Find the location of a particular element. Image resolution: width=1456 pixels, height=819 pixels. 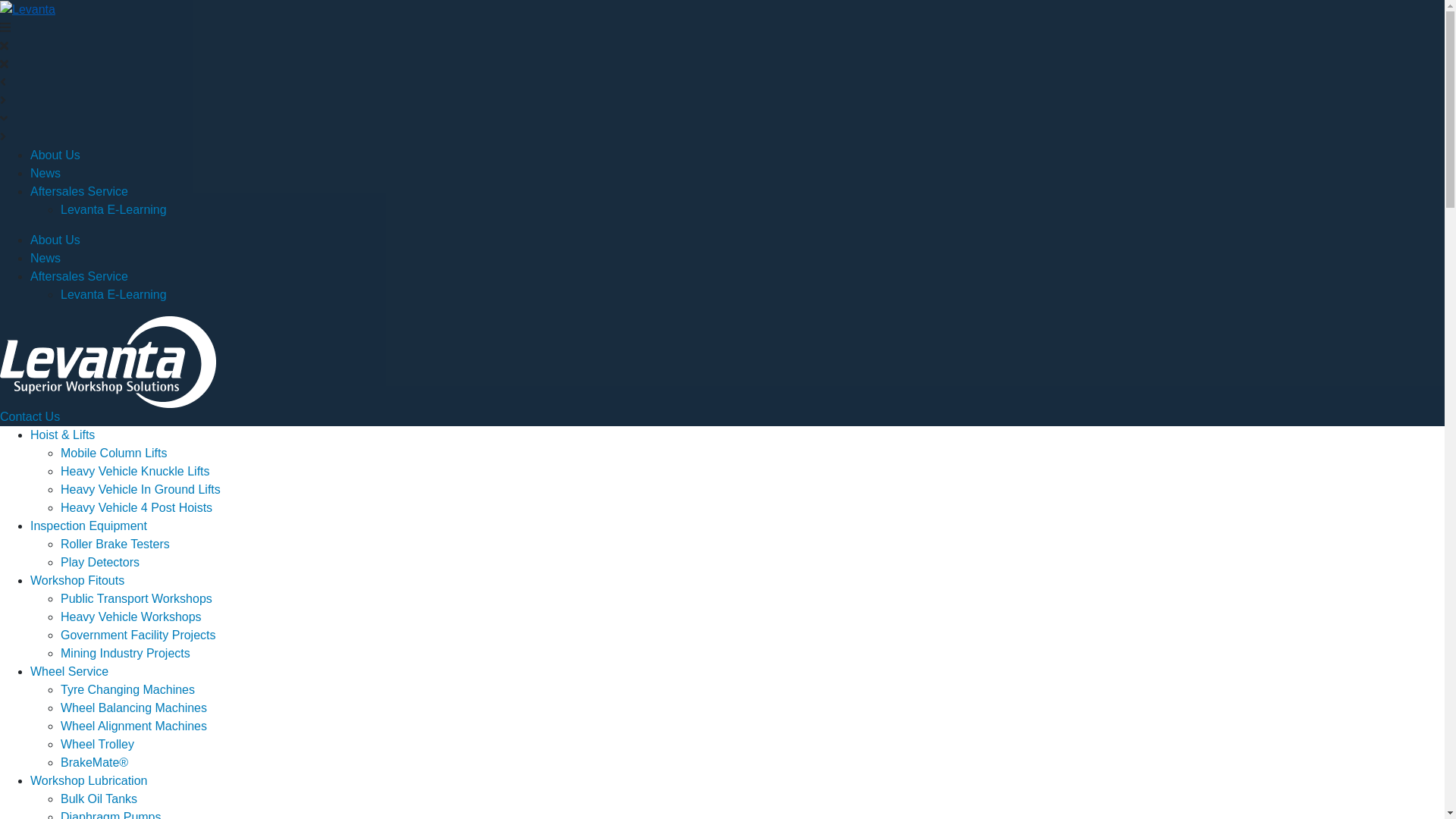

'Public Transport Workshops' is located at coordinates (136, 598).